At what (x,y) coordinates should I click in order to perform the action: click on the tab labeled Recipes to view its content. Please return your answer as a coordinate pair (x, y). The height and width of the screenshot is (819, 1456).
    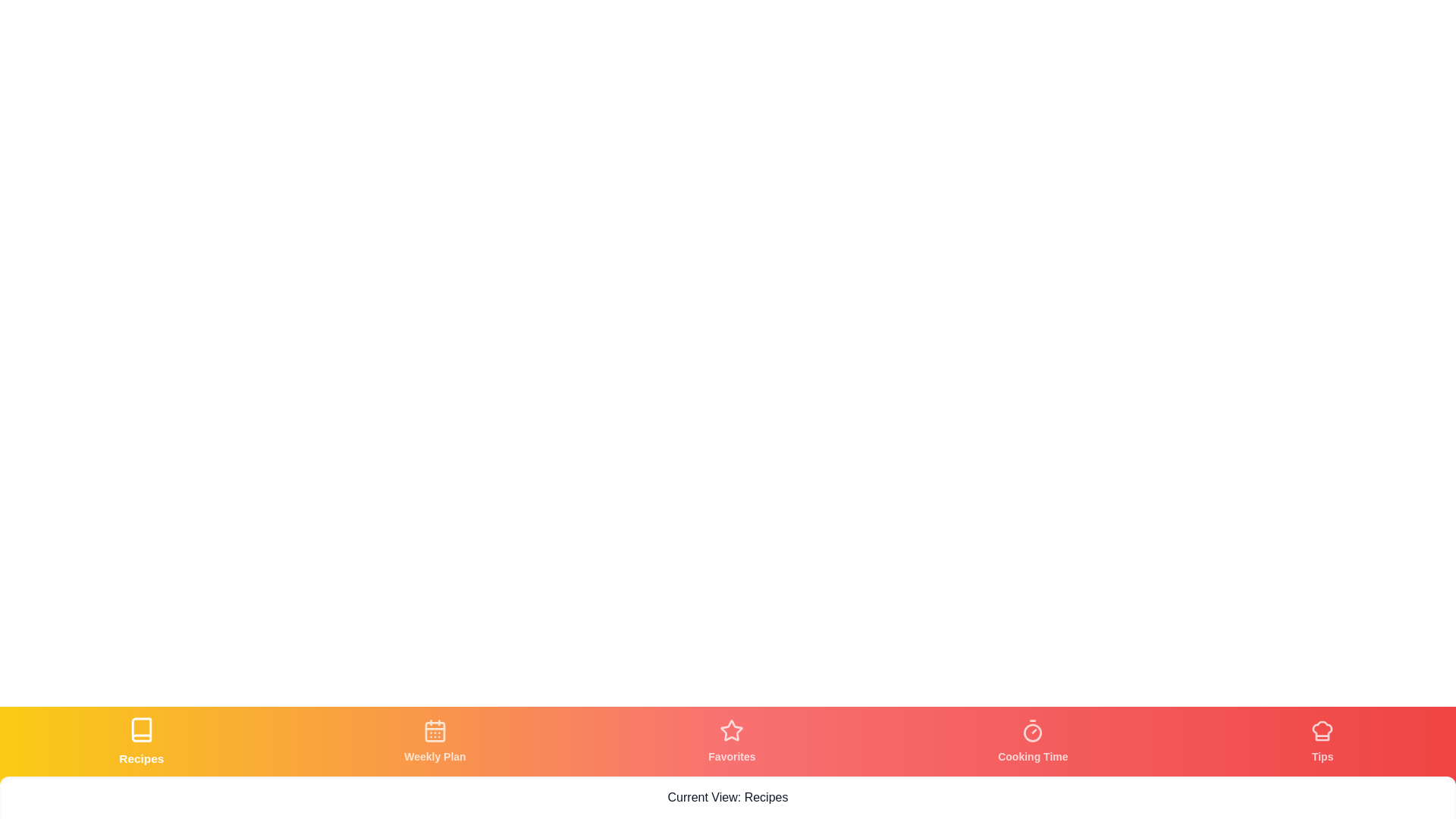
    Looking at the image, I should click on (141, 741).